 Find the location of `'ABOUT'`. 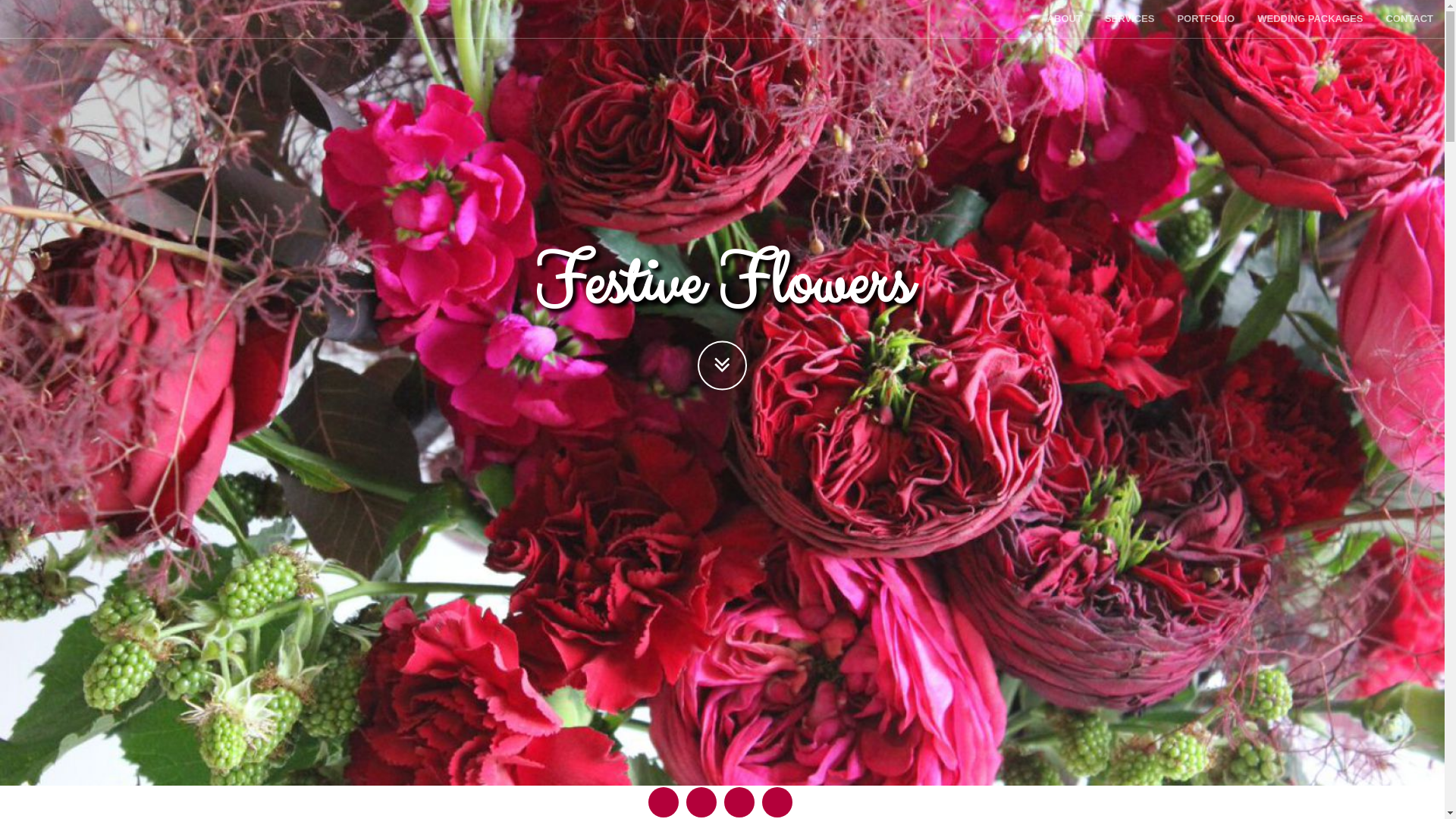

'ABOUT' is located at coordinates (1063, 18).